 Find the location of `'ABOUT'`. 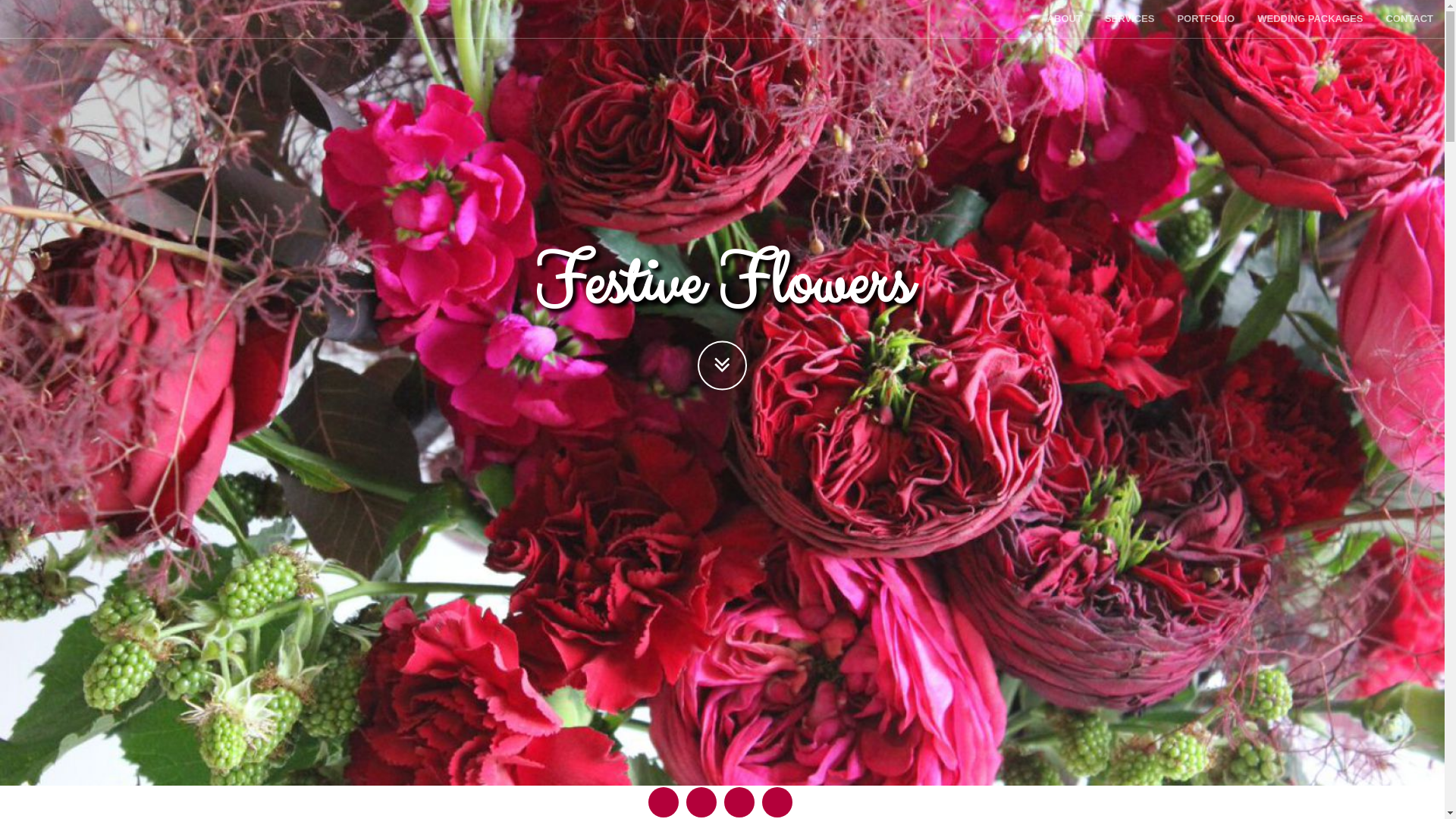

'ABOUT' is located at coordinates (1063, 18).